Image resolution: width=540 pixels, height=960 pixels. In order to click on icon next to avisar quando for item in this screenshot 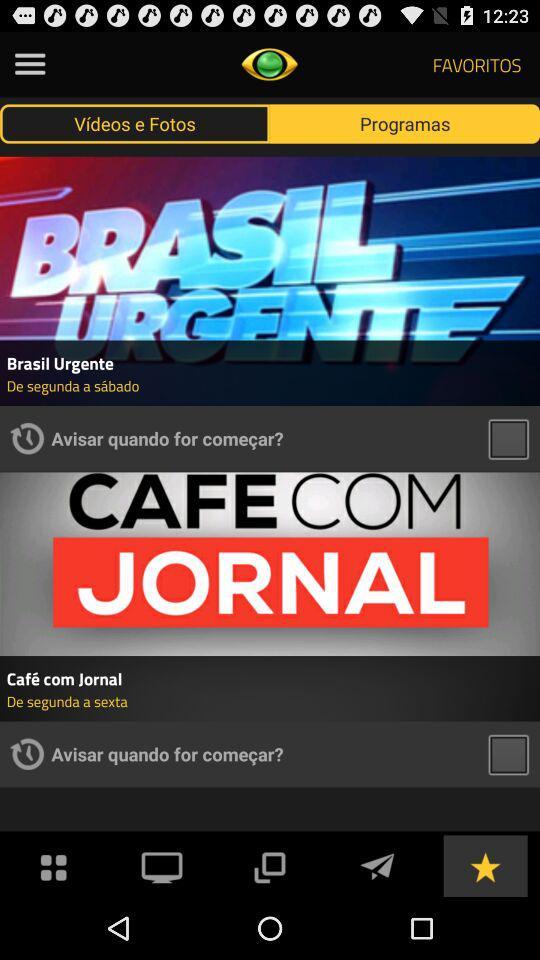, I will do `click(26, 438)`.